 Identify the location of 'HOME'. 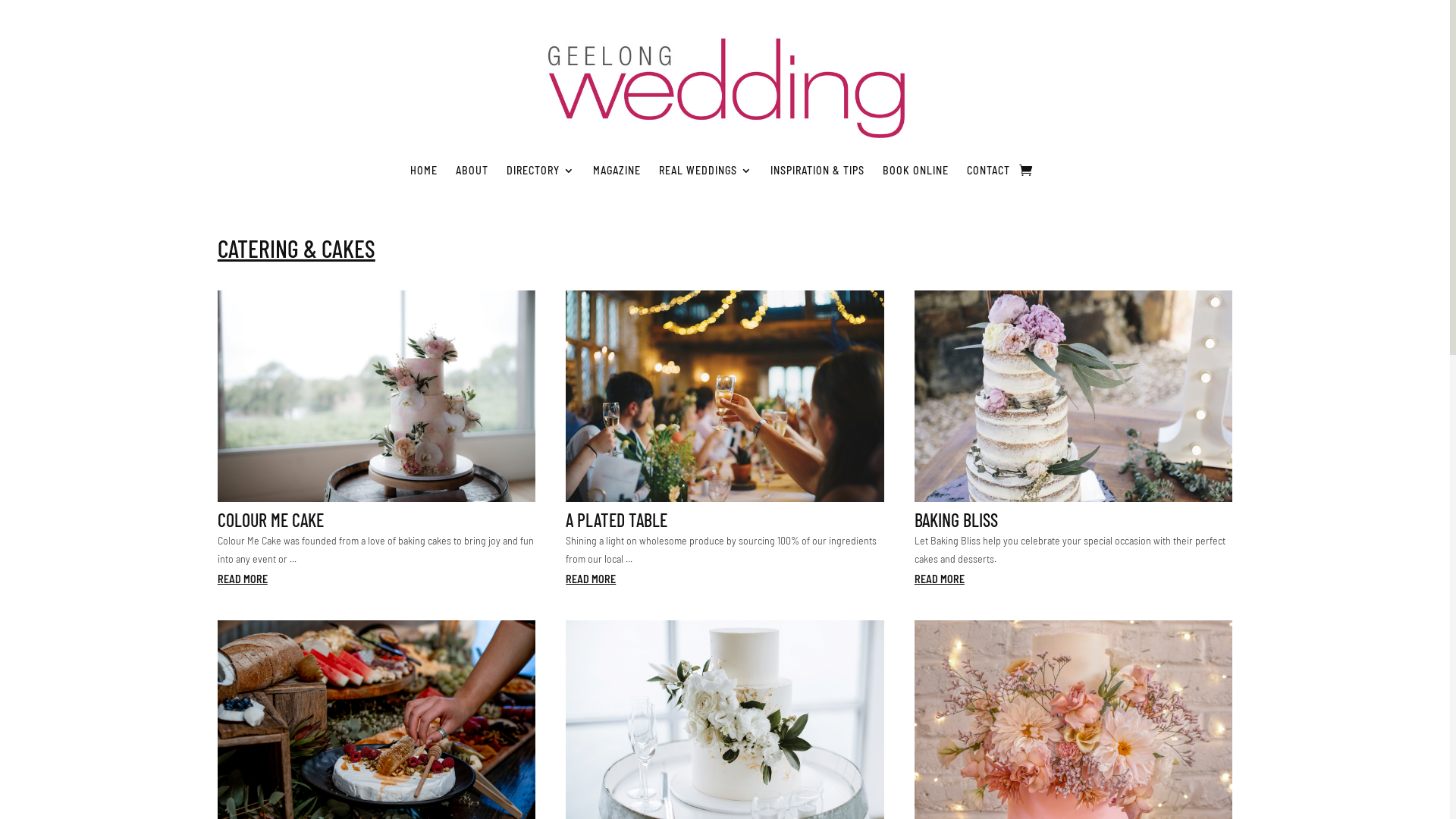
(423, 170).